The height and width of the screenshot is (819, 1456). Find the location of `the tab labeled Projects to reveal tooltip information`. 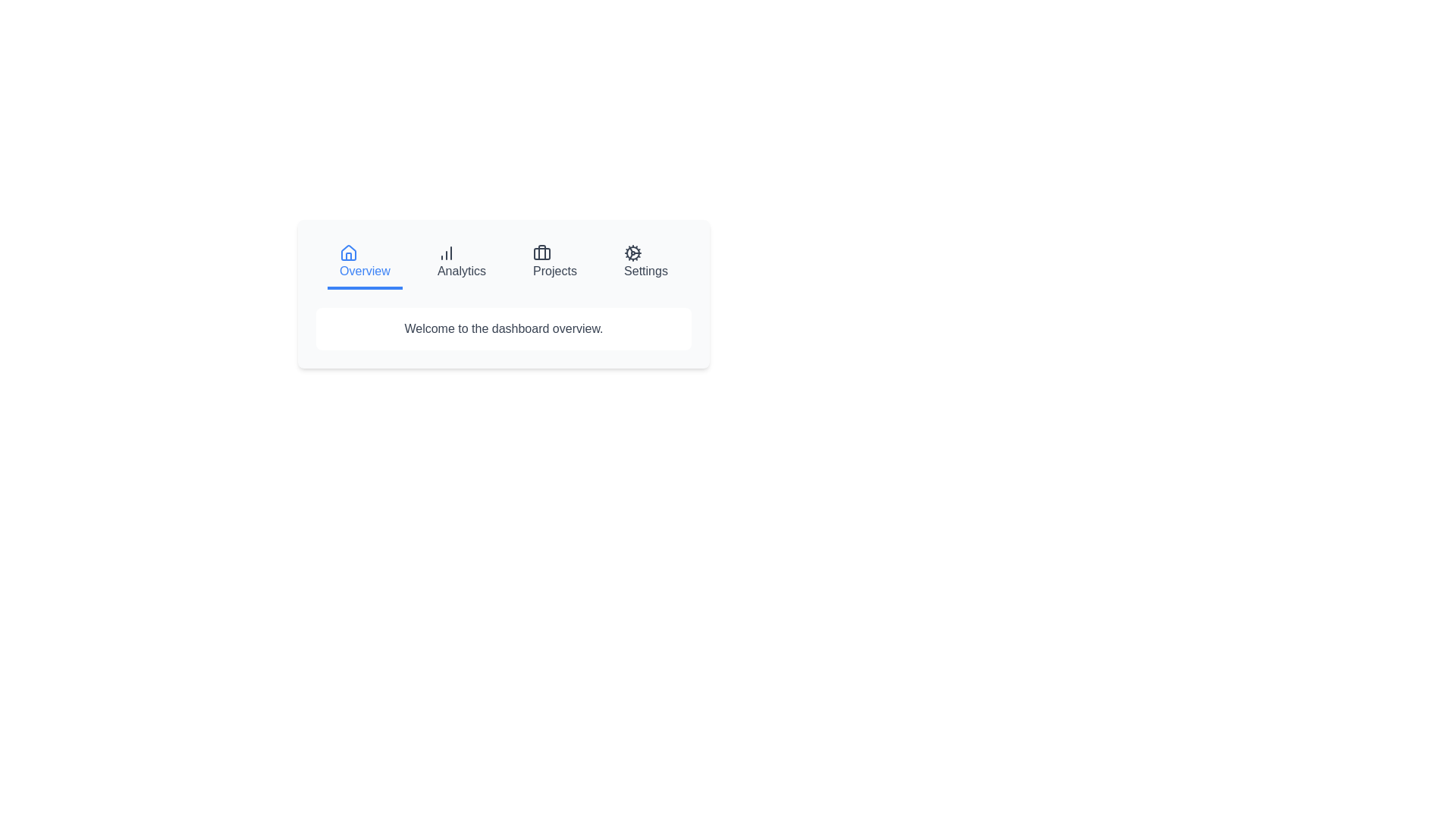

the tab labeled Projects to reveal tooltip information is located at coordinates (554, 262).